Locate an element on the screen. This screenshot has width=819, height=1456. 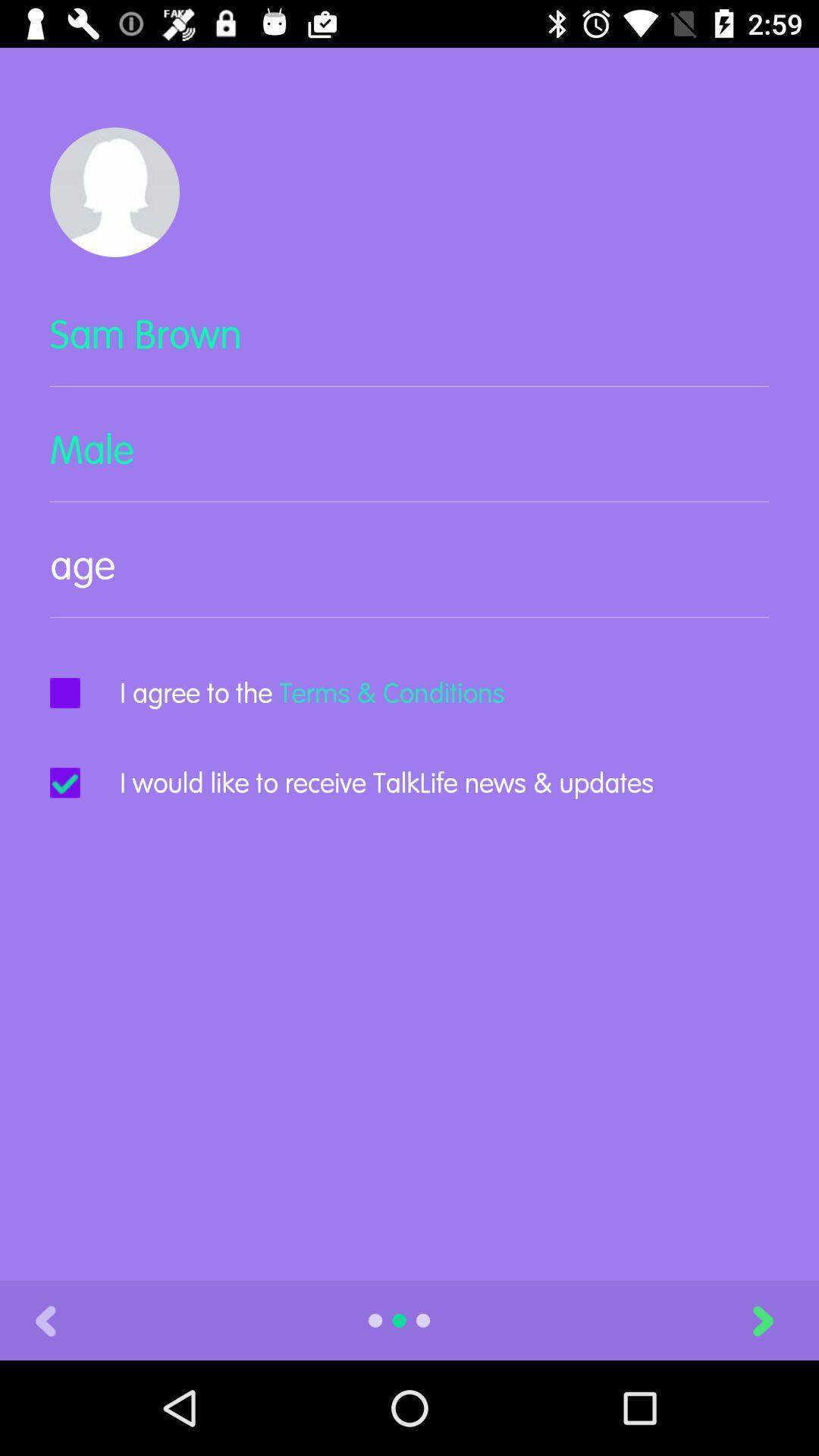
sam brown icon is located at coordinates (409, 346).